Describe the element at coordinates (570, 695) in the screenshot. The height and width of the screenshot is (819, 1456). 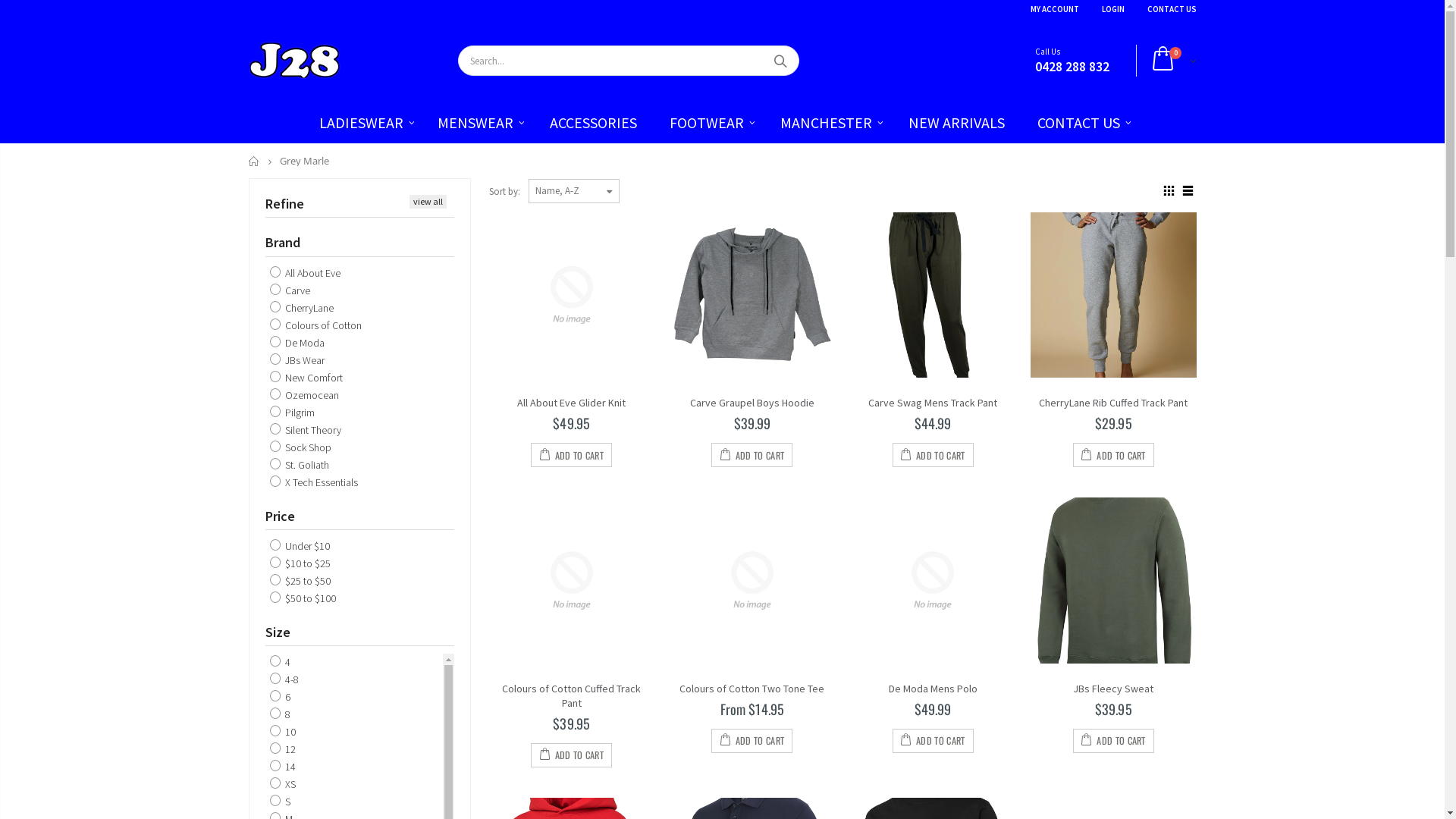
I see `'Colours of Cotton Cuffed Track Pant'` at that location.